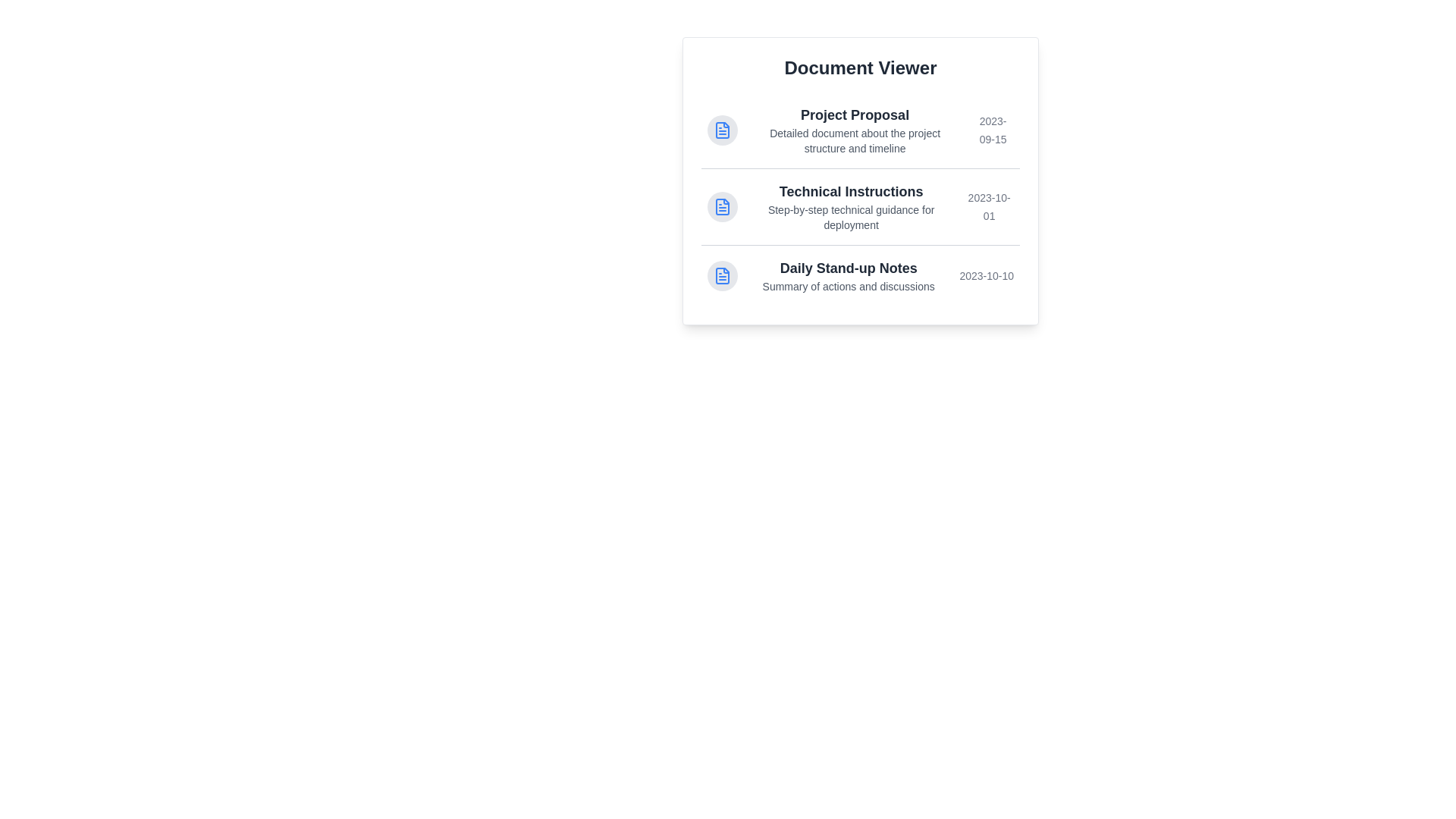  Describe the element at coordinates (860, 206) in the screenshot. I see `the document titled Technical Instructions to highlight it` at that location.